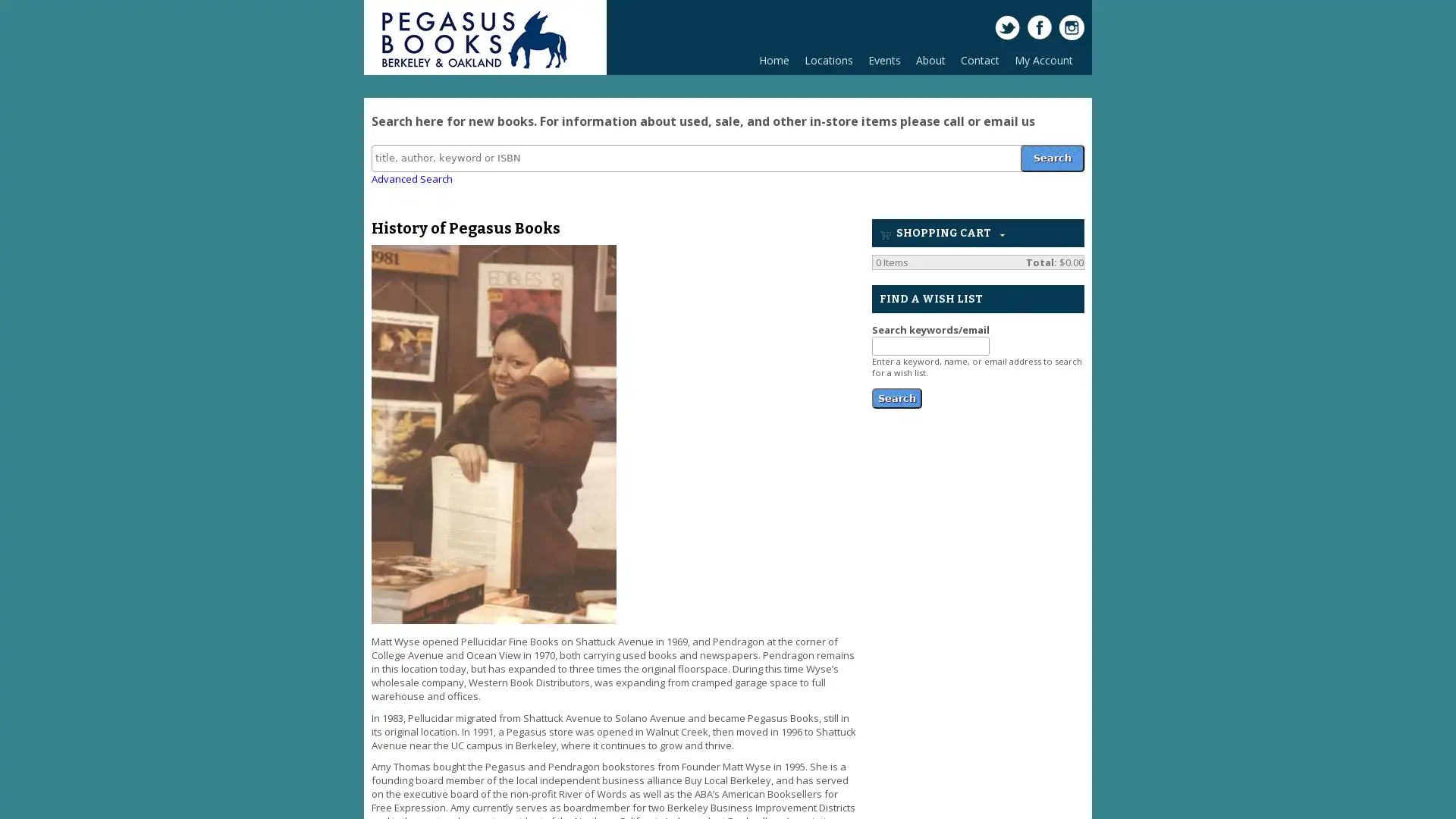  Describe the element at coordinates (896, 396) in the screenshot. I see `Search` at that location.